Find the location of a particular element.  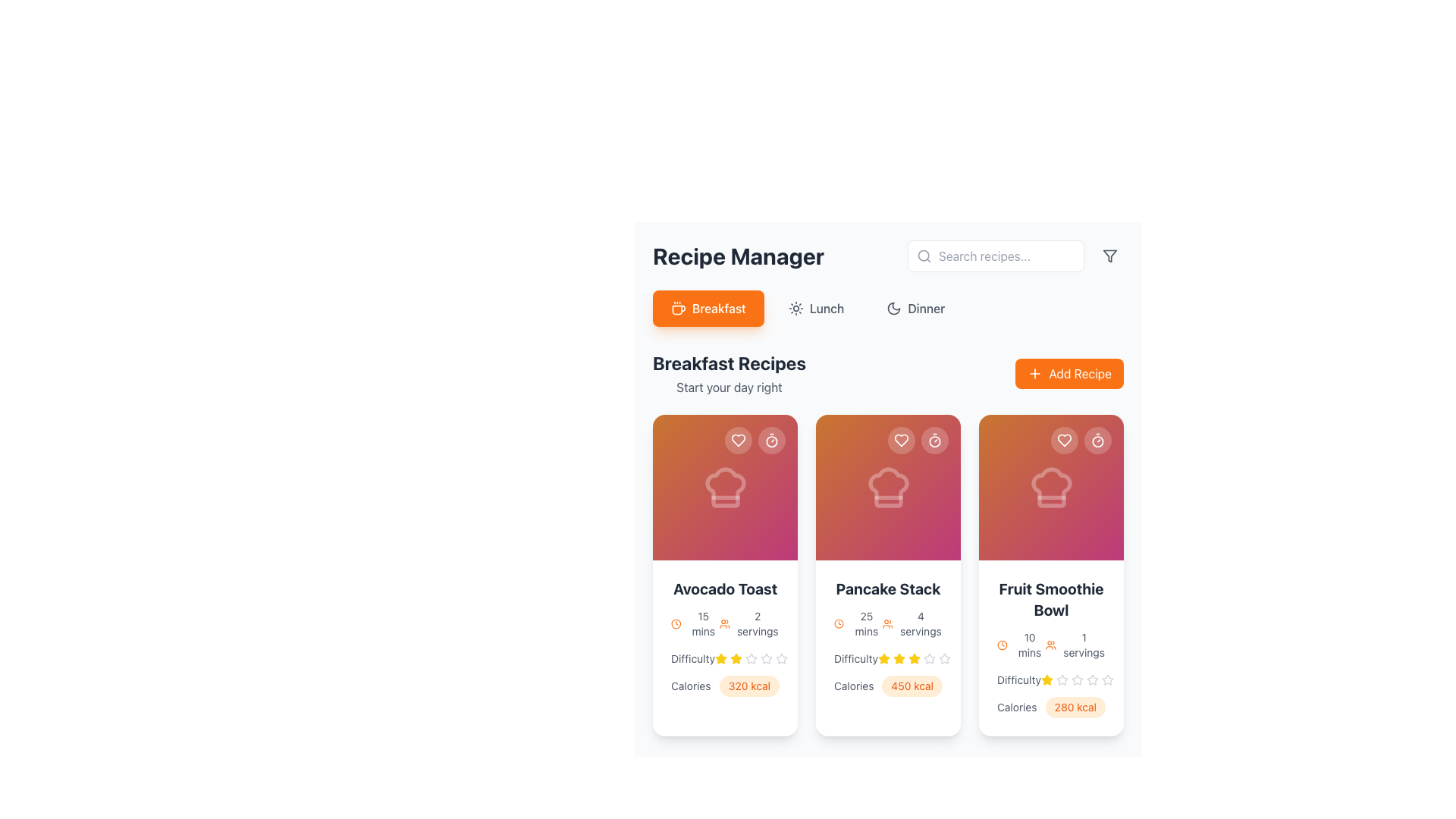

the second star icon in the difficulty rating component of the 'Fruit Smoothie Bowl' card is located at coordinates (1076, 679).